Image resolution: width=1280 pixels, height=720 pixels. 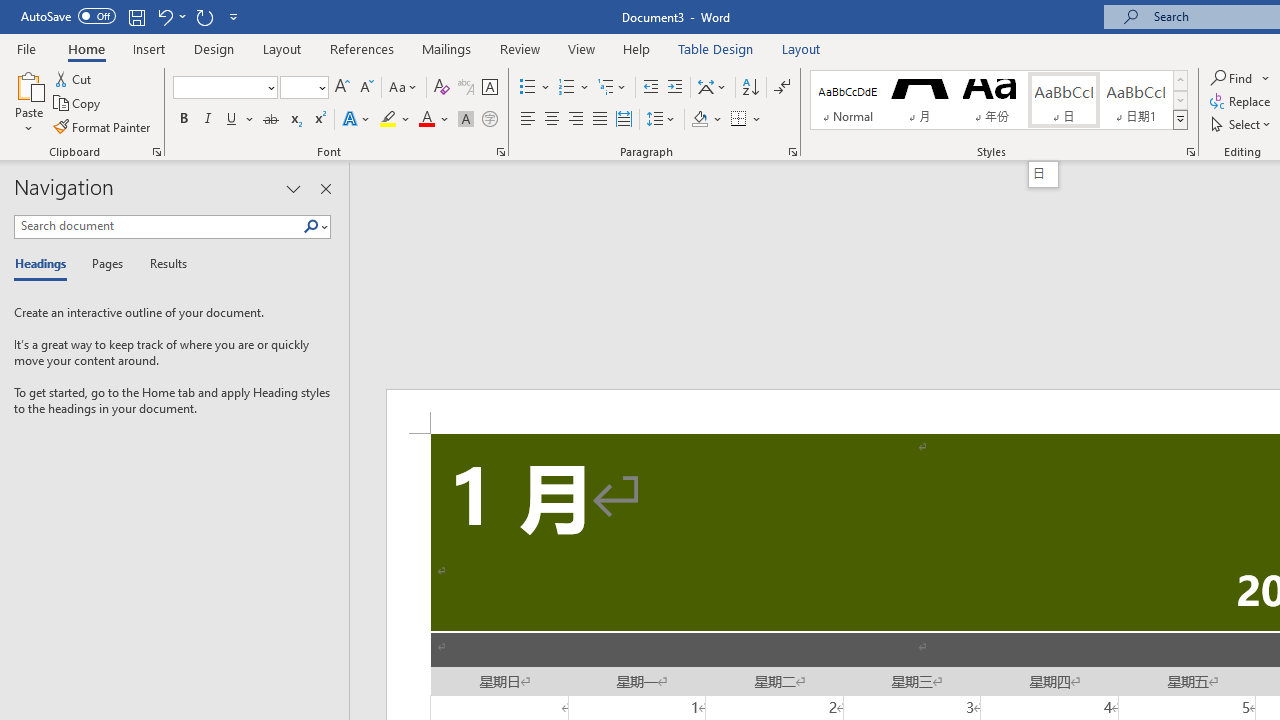 I want to click on 'Clear Formatting', so click(x=441, y=86).